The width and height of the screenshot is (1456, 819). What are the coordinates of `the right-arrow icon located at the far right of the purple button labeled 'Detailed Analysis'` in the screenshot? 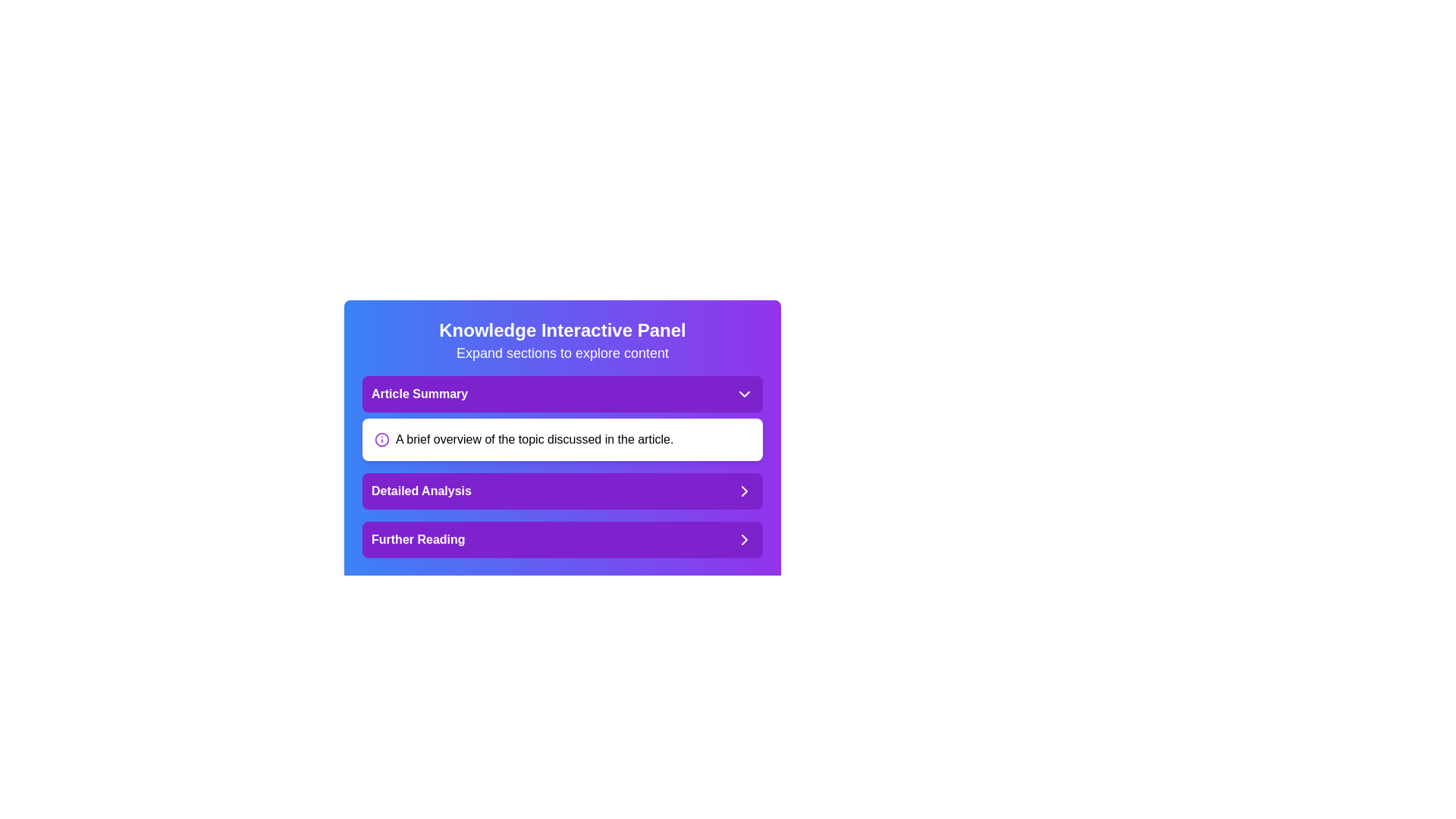 It's located at (745, 491).